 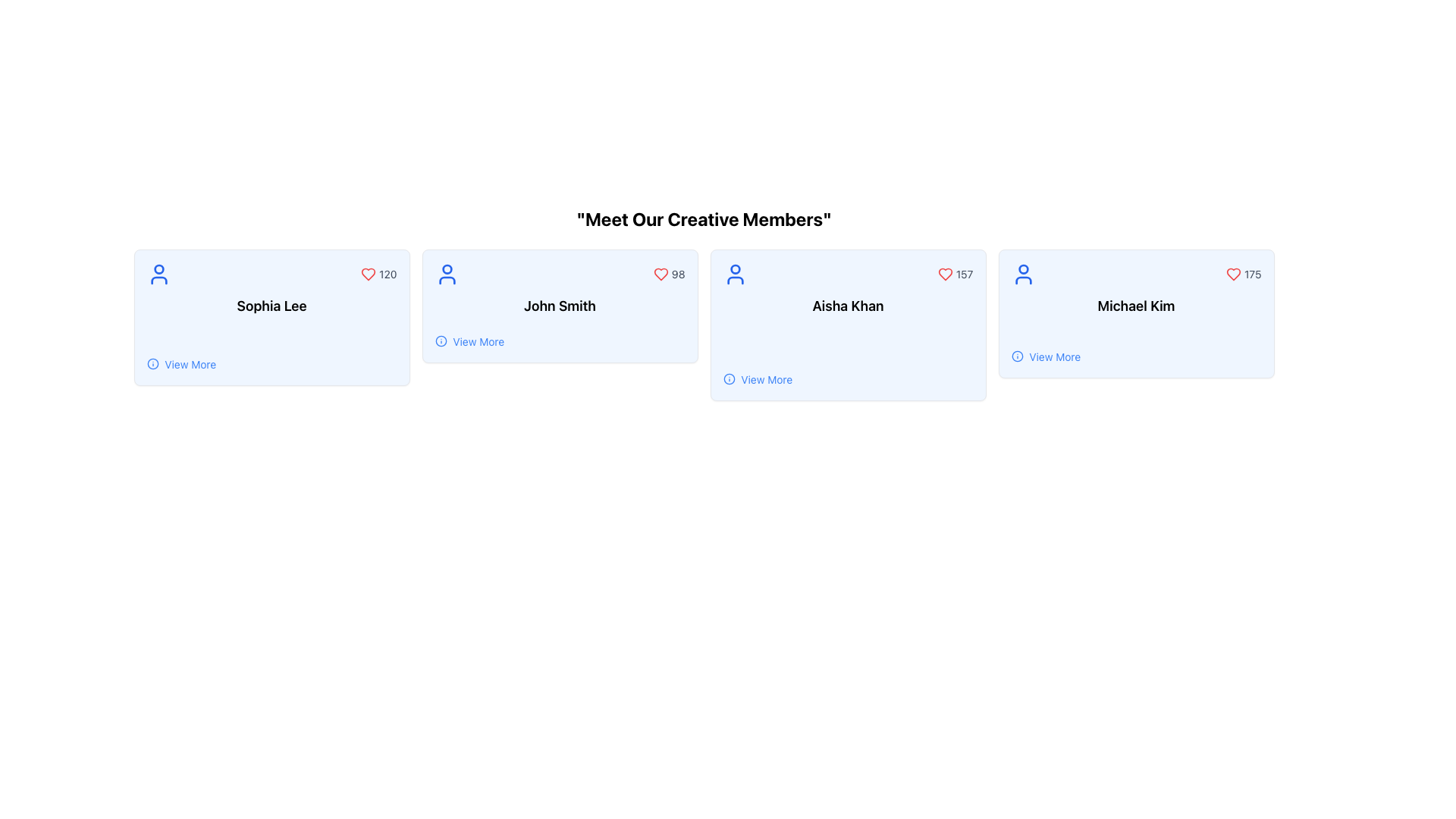 What do you see at coordinates (469, 341) in the screenshot?
I see `the 'View More' hyperlink with an icon located at the bottom-left corner of the card for 'John Smith'` at bounding box center [469, 341].